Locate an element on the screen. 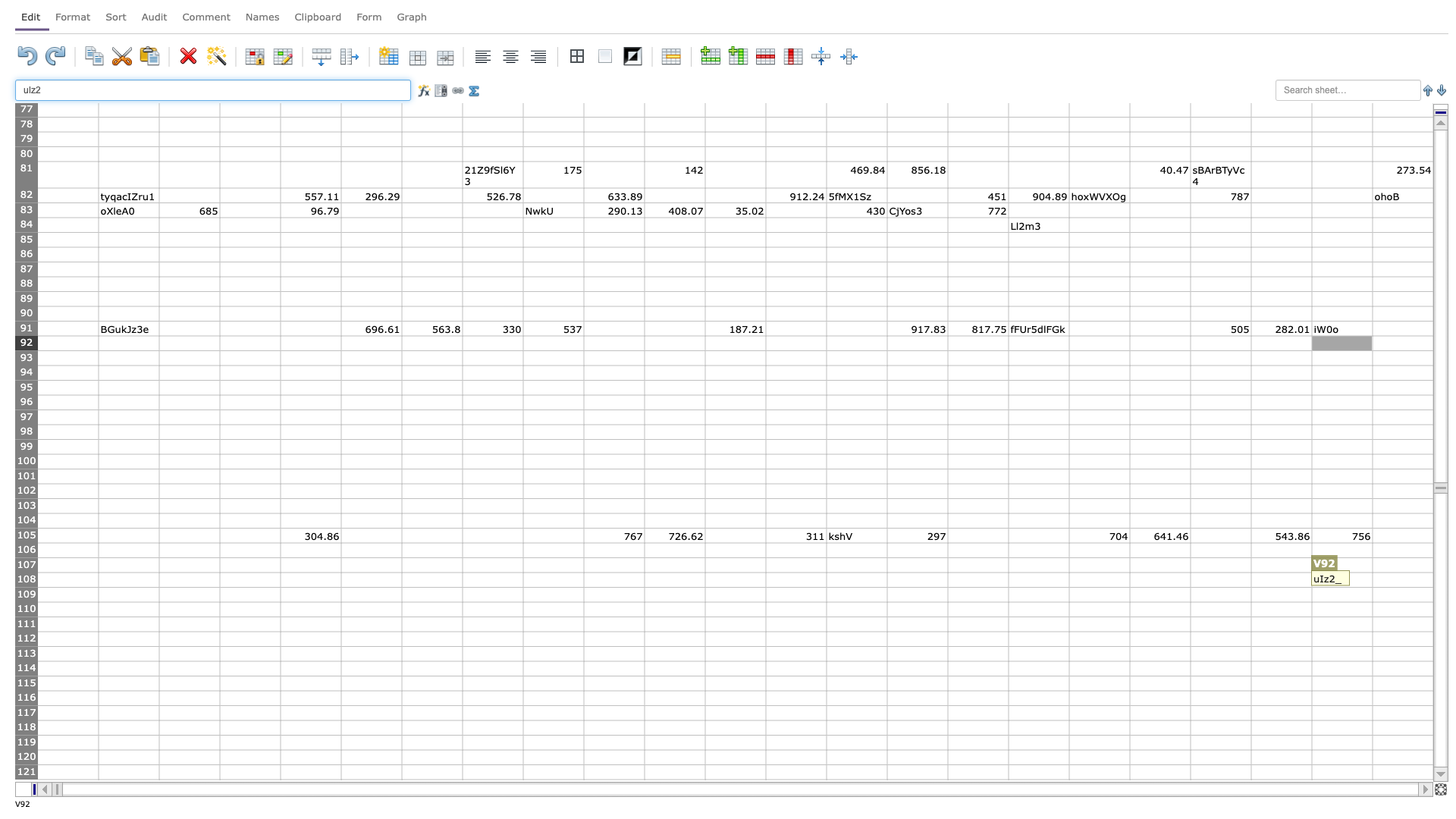  Right border of cell H-108 is located at coordinates (523, 579).